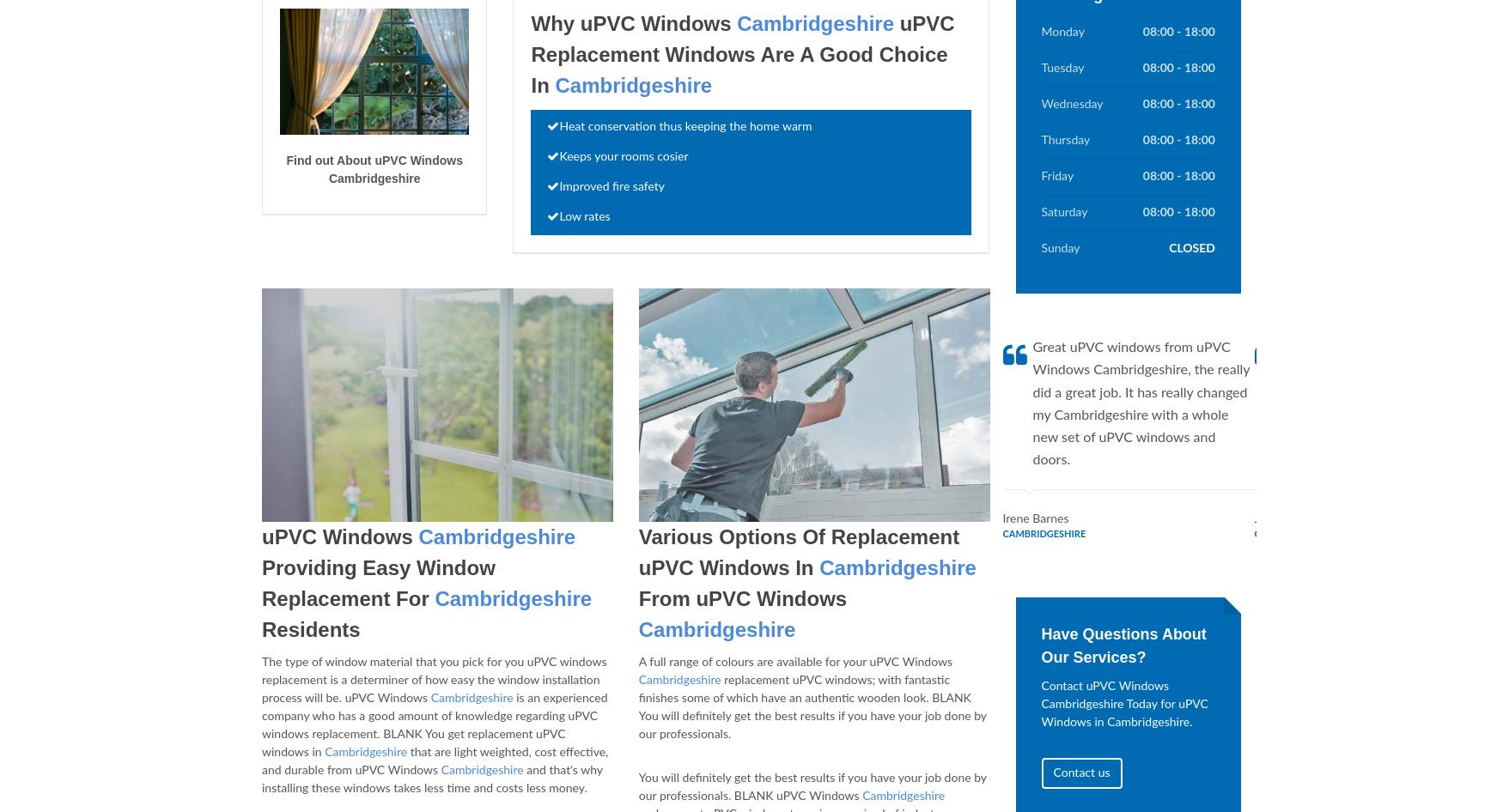  Describe the element at coordinates (1283, 518) in the screenshot. I see `'Jason Price'` at that location.